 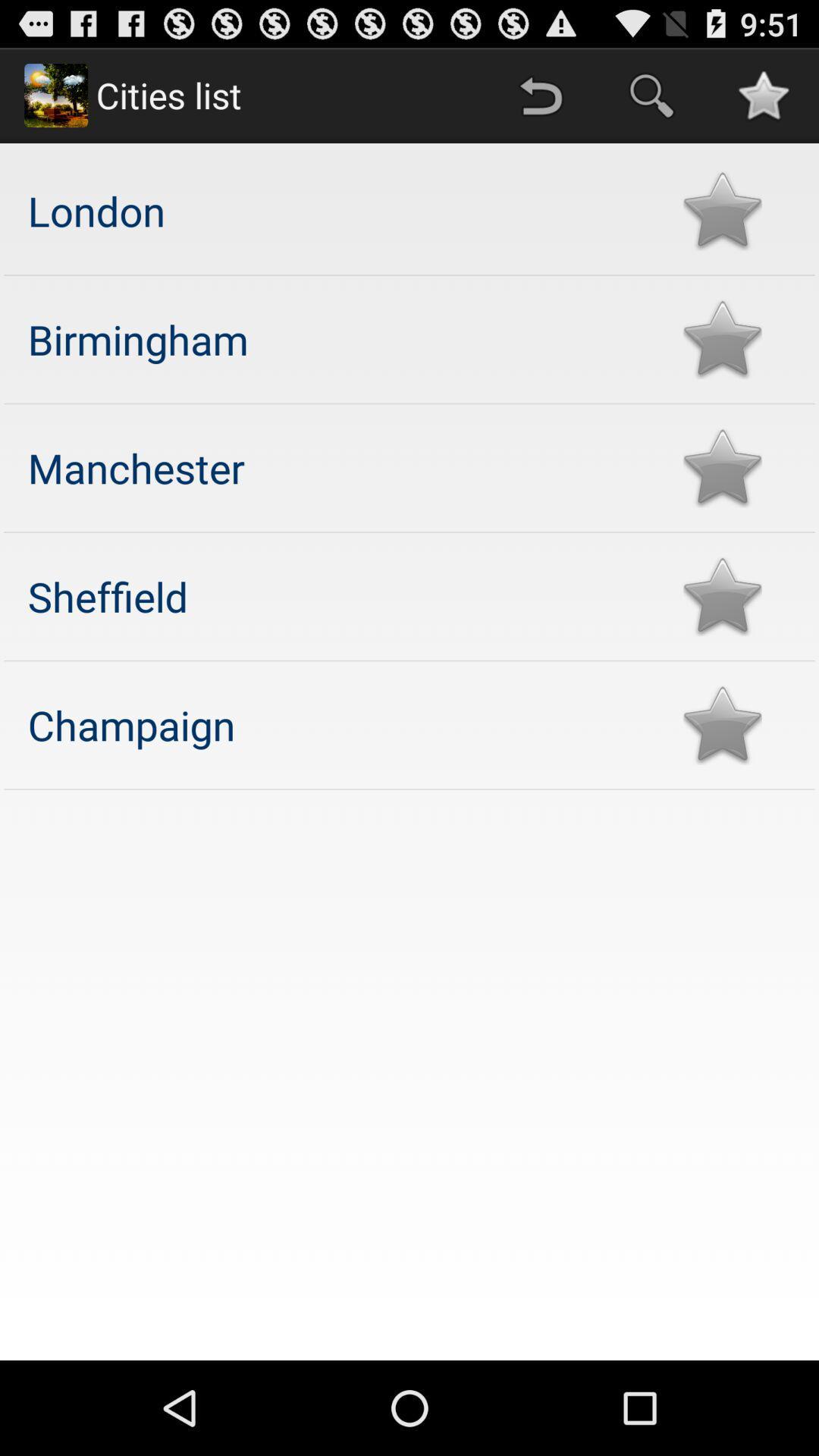 What do you see at coordinates (721, 595) in the screenshot?
I see `to favorites` at bounding box center [721, 595].